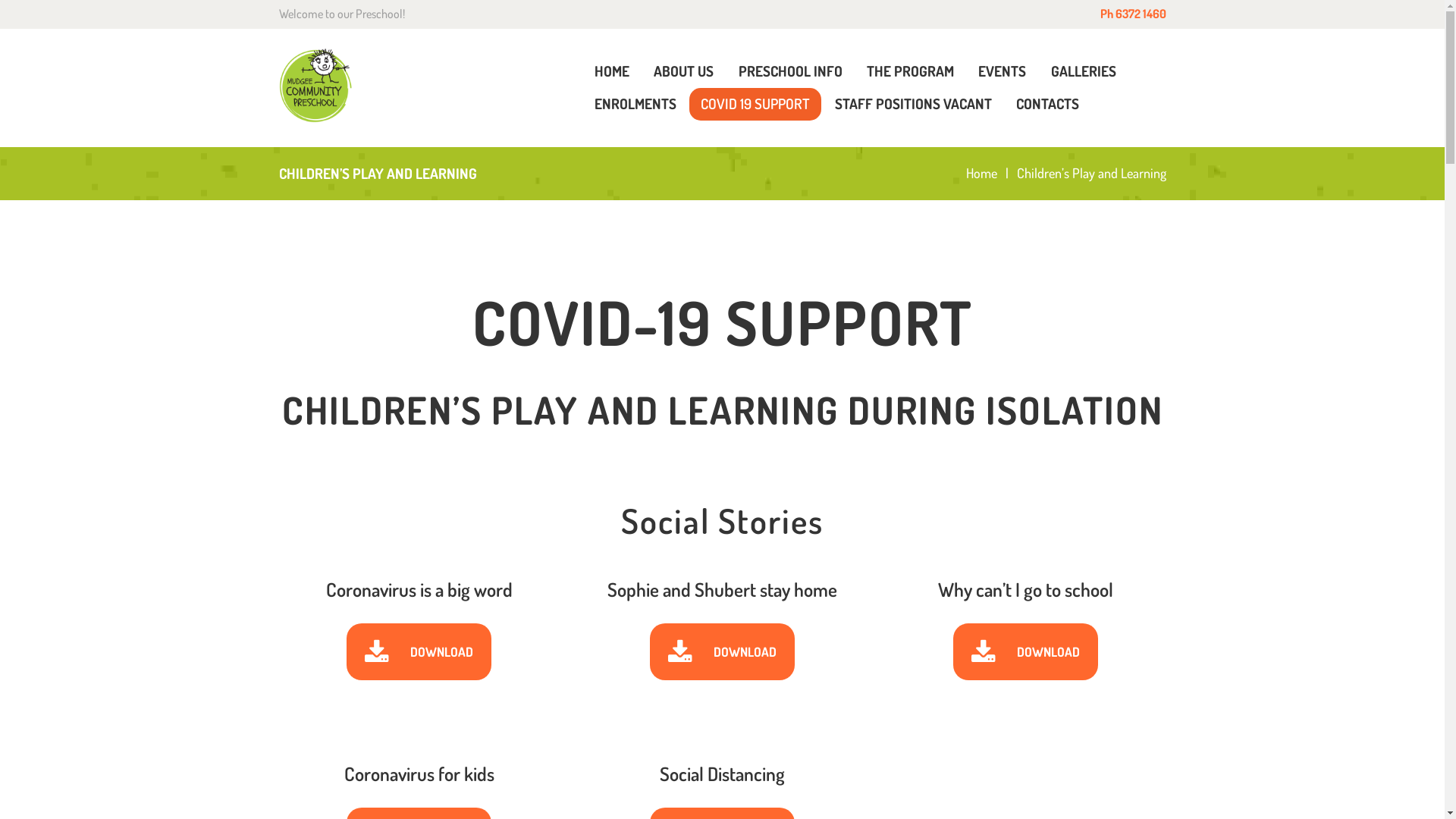 This screenshot has width=1456, height=819. What do you see at coordinates (721, 651) in the screenshot?
I see `'DOWNLOAD'` at bounding box center [721, 651].